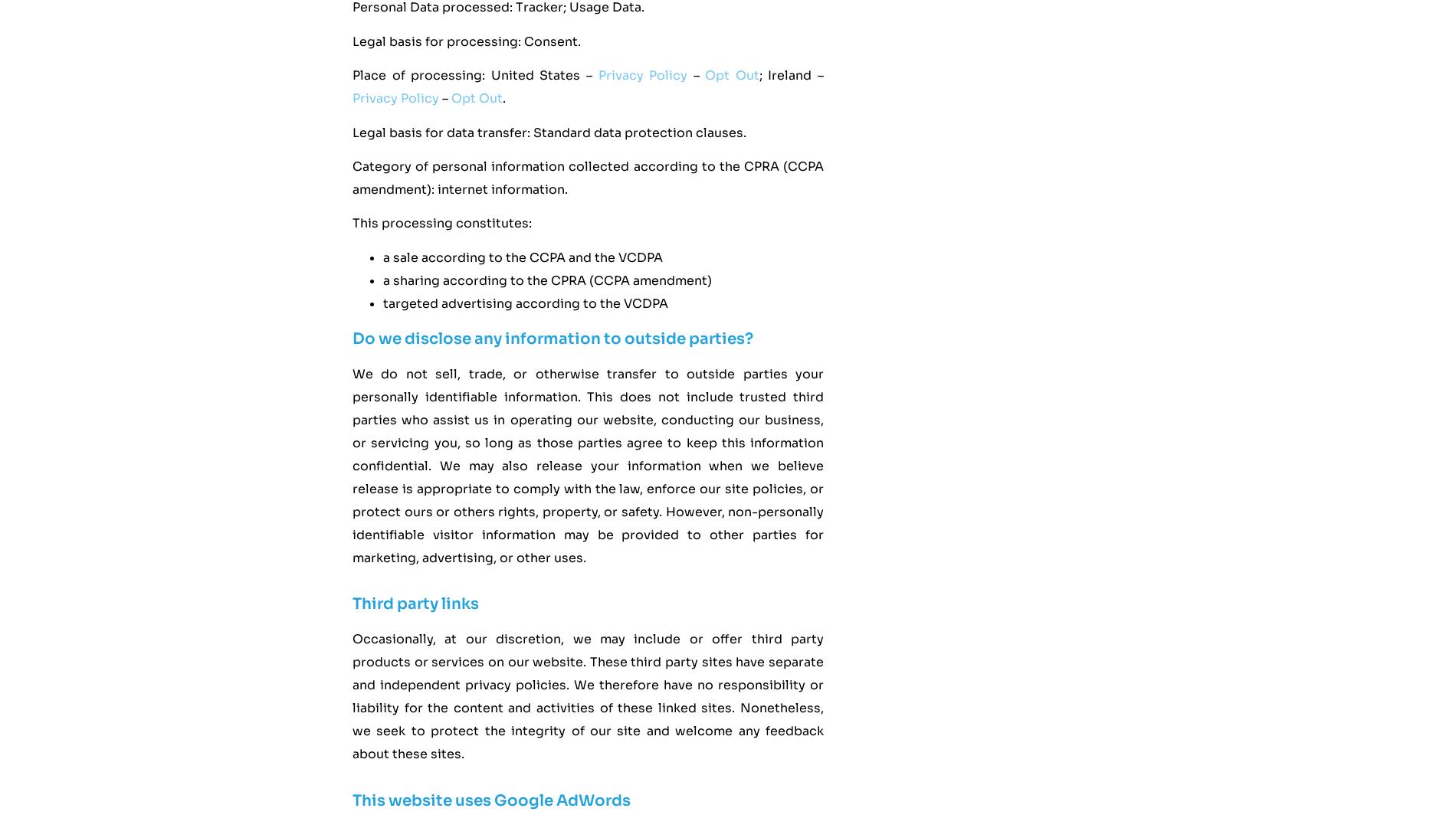 Image resolution: width=1456 pixels, height=818 pixels. What do you see at coordinates (466, 40) in the screenshot?
I see `'Legal basis for processing: Consent.'` at bounding box center [466, 40].